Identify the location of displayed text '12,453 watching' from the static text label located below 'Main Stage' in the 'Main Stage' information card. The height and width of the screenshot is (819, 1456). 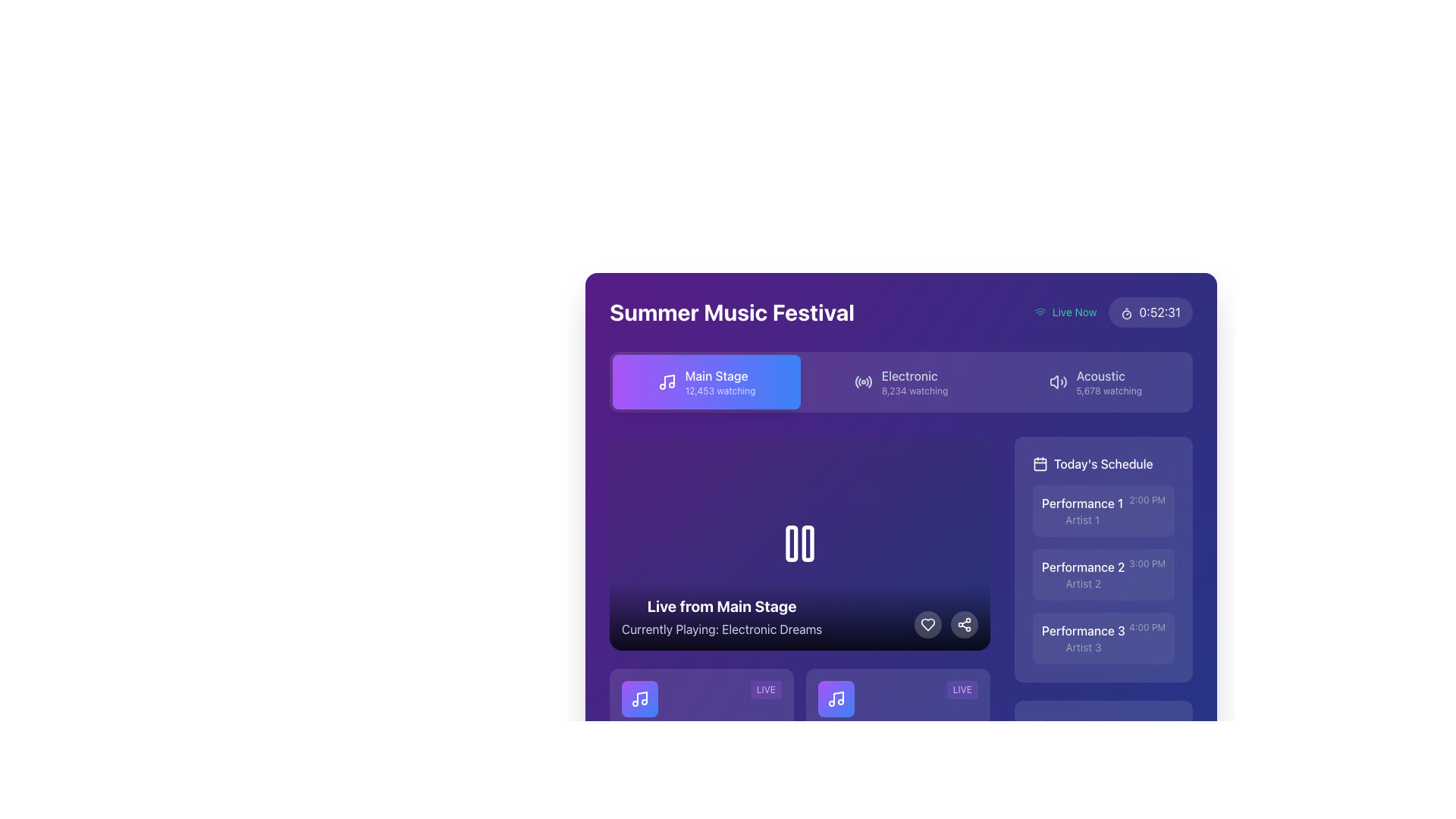
(720, 391).